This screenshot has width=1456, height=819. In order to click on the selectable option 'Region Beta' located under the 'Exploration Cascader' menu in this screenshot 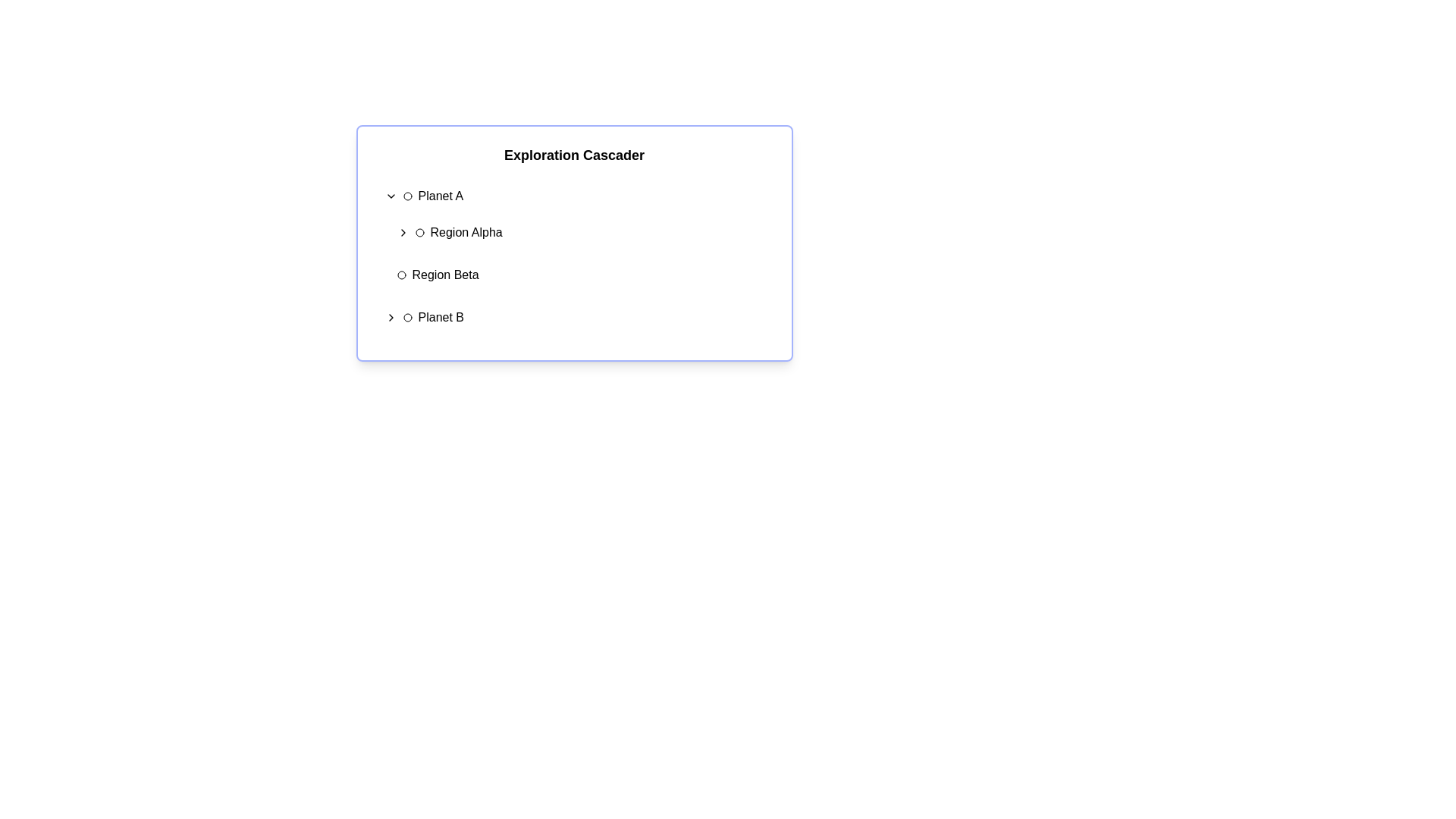, I will do `click(579, 275)`.